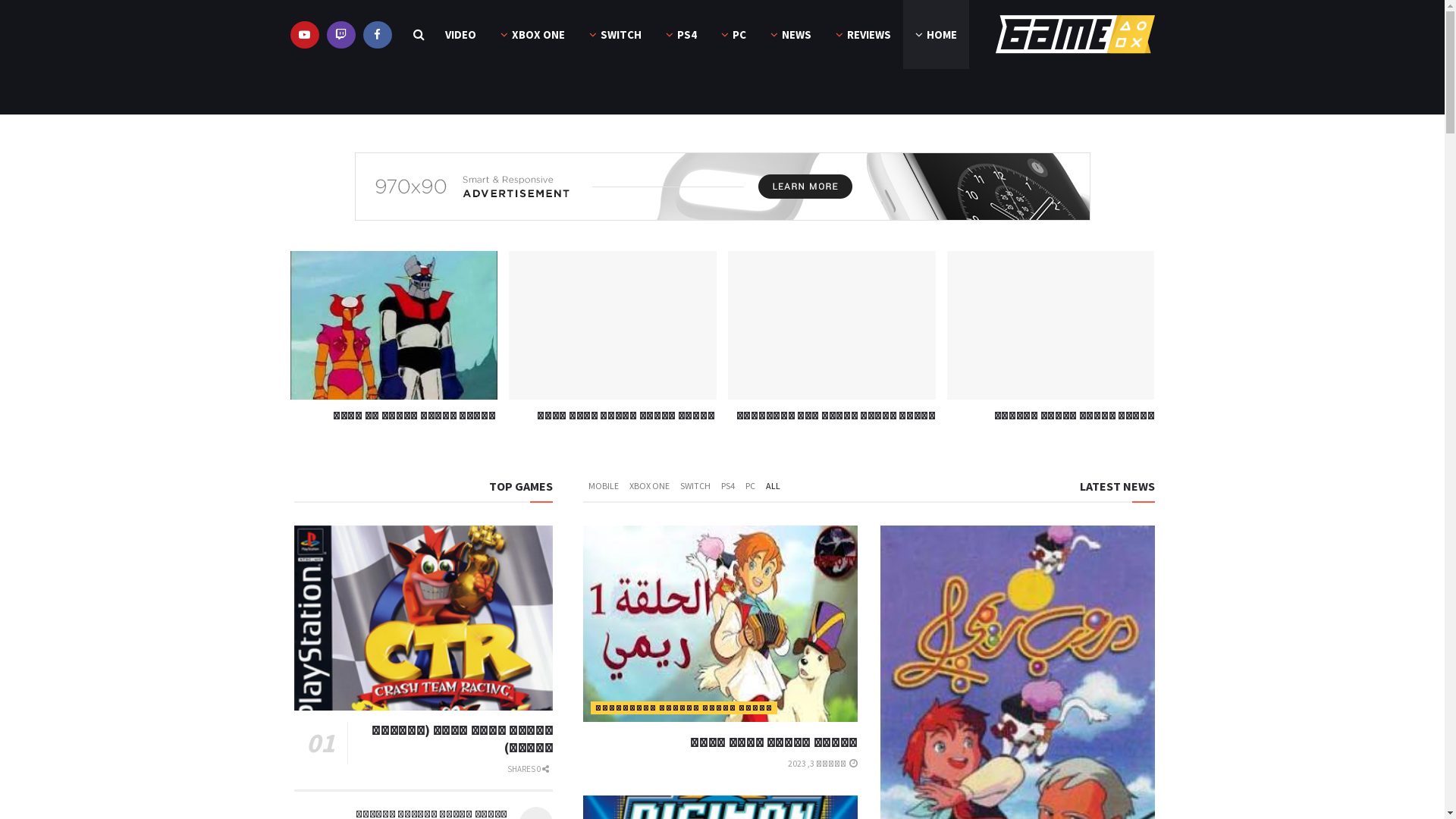  What do you see at coordinates (459, 34) in the screenshot?
I see `'VIDEO'` at bounding box center [459, 34].